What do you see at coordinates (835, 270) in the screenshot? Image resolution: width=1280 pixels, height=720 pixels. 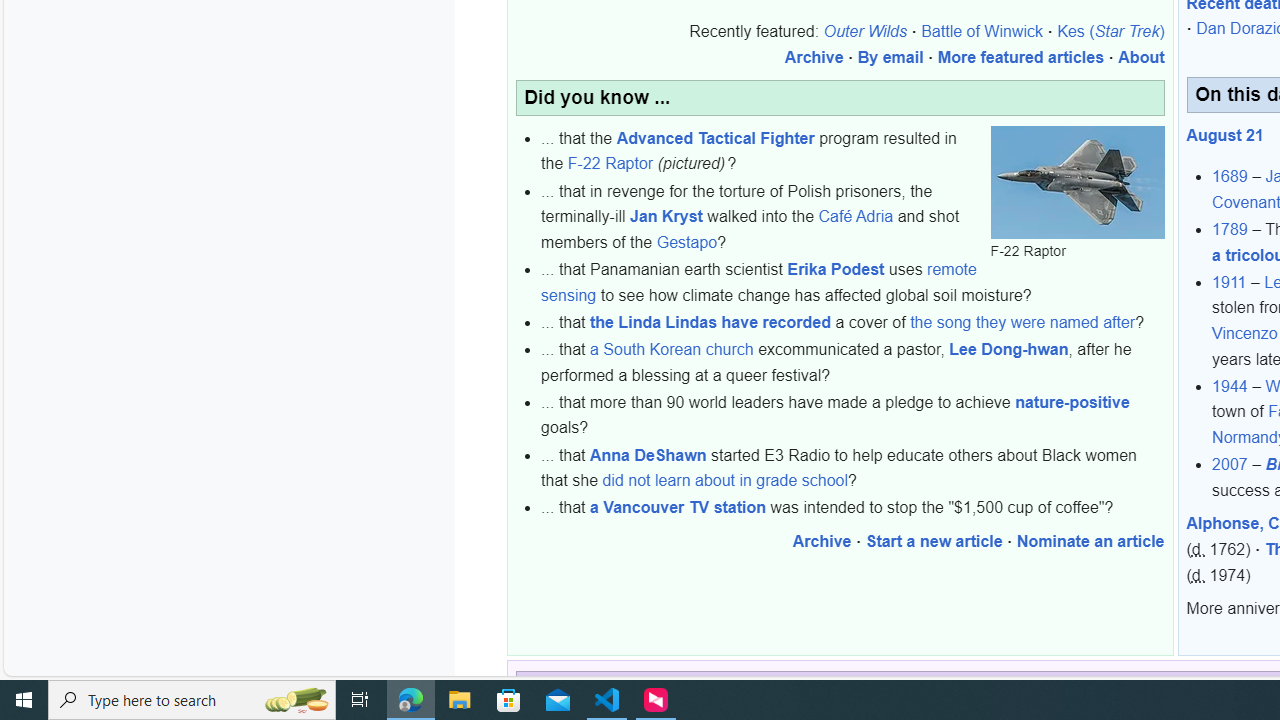 I see `'Erika Podest'` at bounding box center [835, 270].